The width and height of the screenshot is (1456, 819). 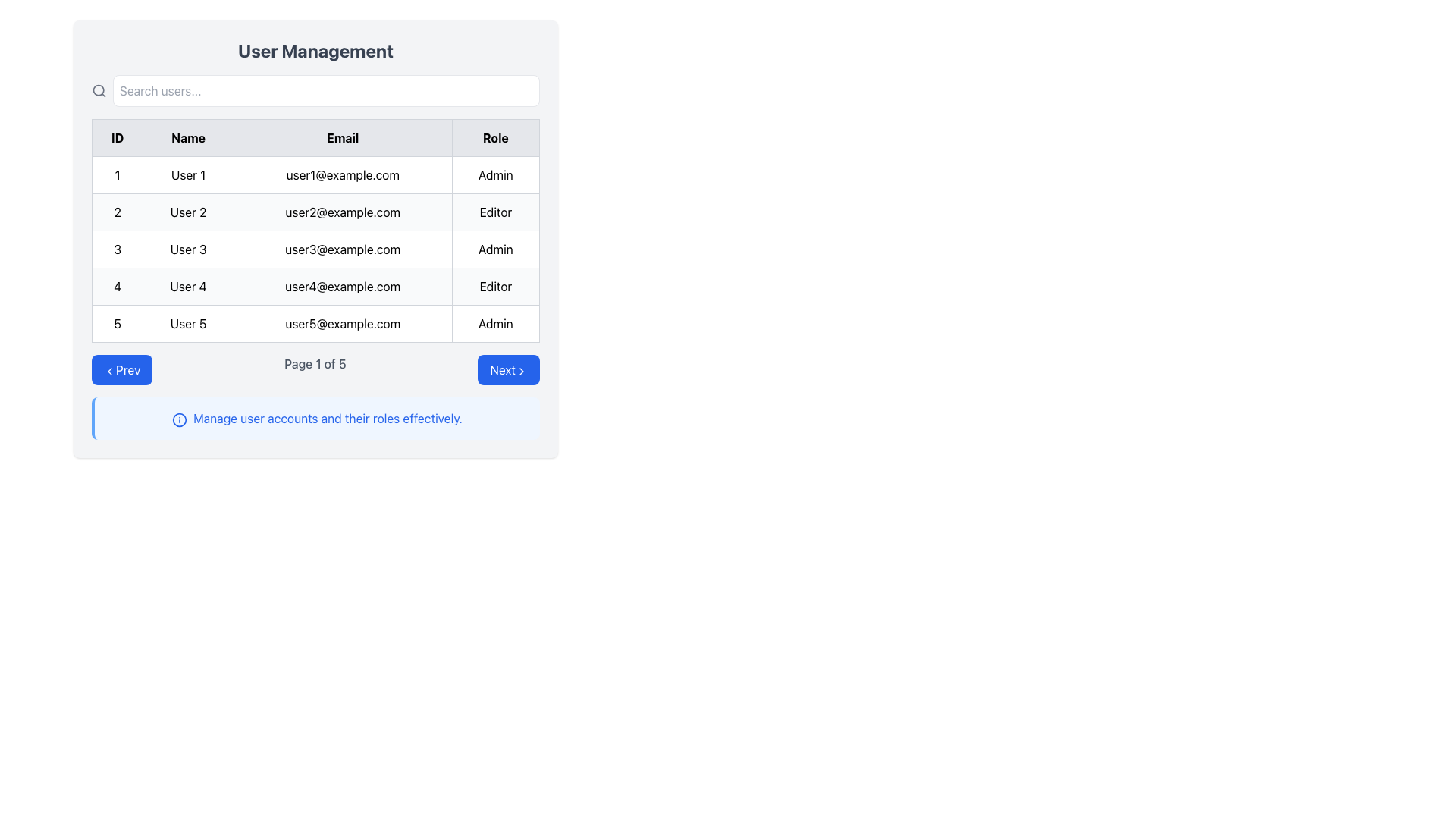 What do you see at coordinates (117, 248) in the screenshot?
I see `the Text Label element displaying '3' in the ID column of the third row within the User Management interface` at bounding box center [117, 248].